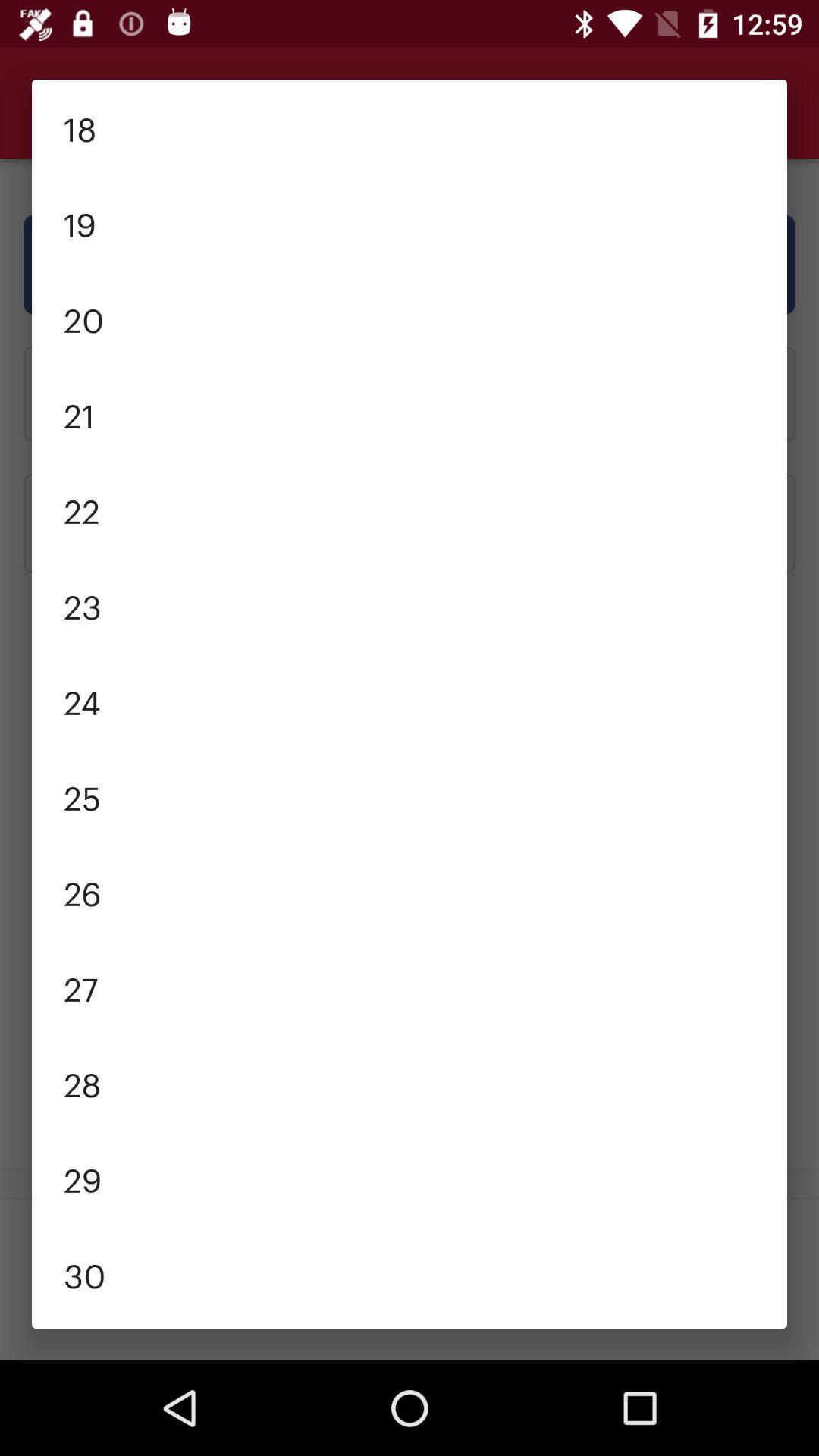  Describe the element at coordinates (409, 604) in the screenshot. I see `the item above 24 icon` at that location.